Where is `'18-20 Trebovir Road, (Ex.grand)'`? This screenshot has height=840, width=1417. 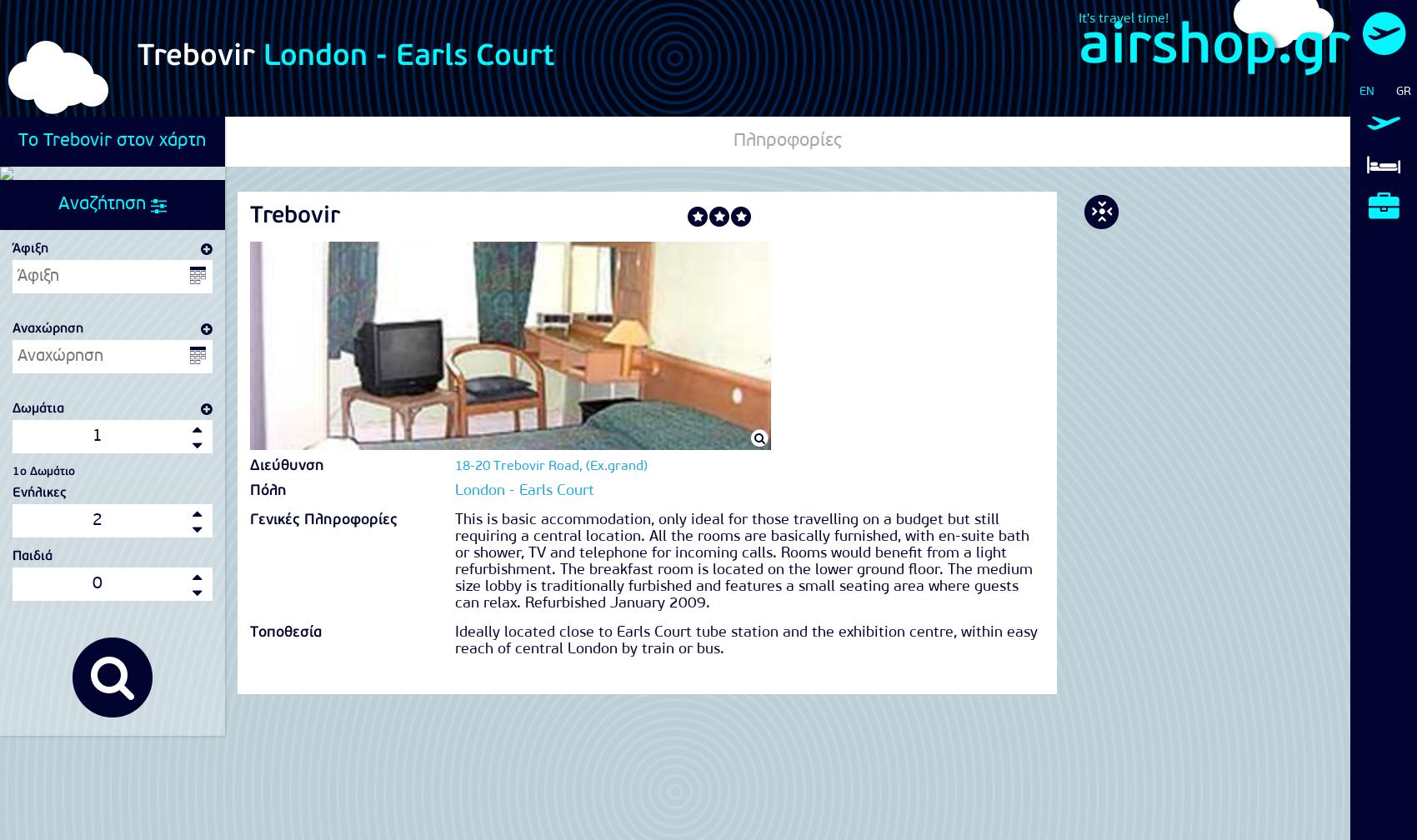 '18-20 Trebovir Road, (Ex.grand)' is located at coordinates (550, 467).